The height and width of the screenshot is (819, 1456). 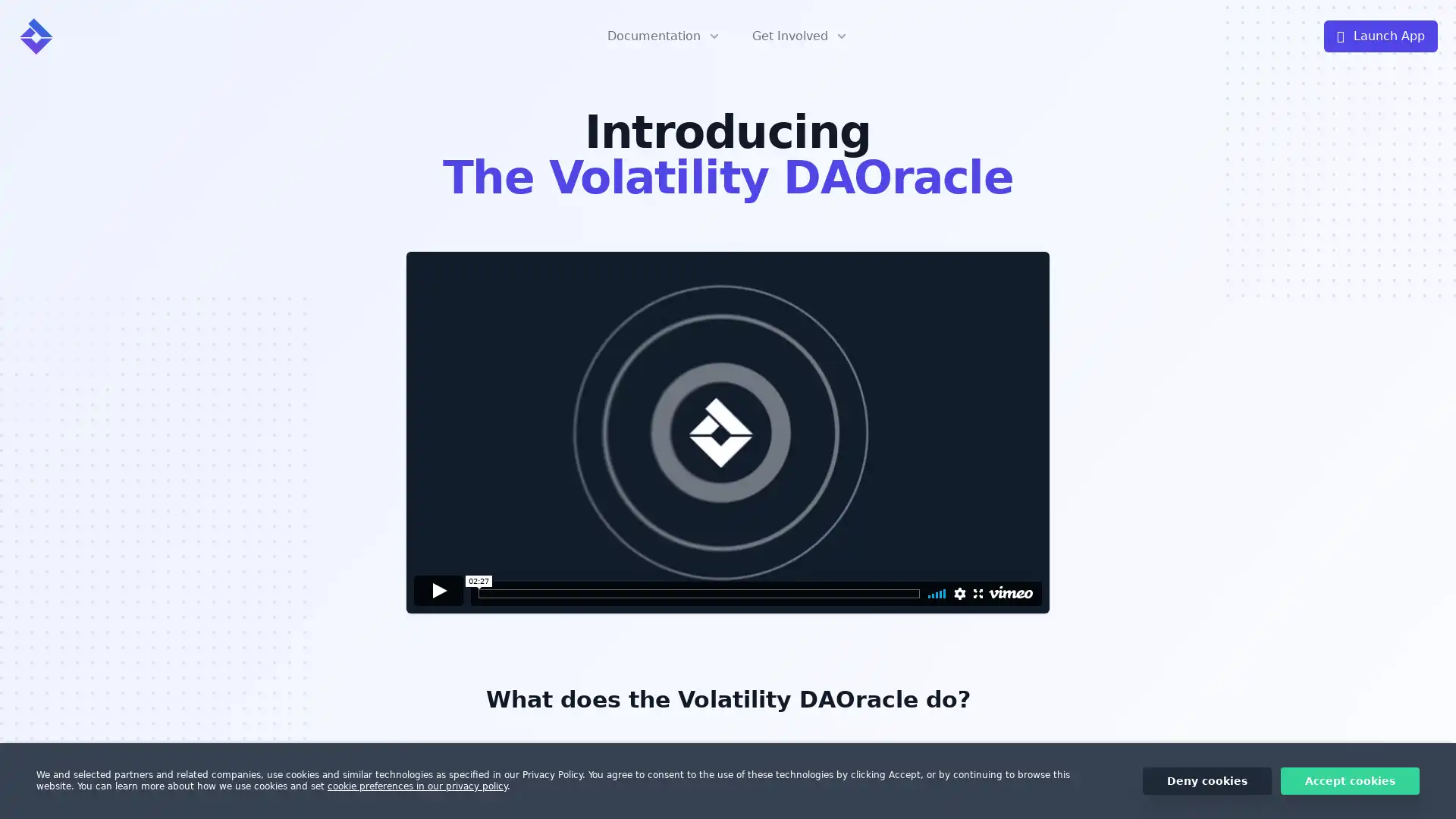 What do you see at coordinates (664, 35) in the screenshot?
I see `Documentation` at bounding box center [664, 35].